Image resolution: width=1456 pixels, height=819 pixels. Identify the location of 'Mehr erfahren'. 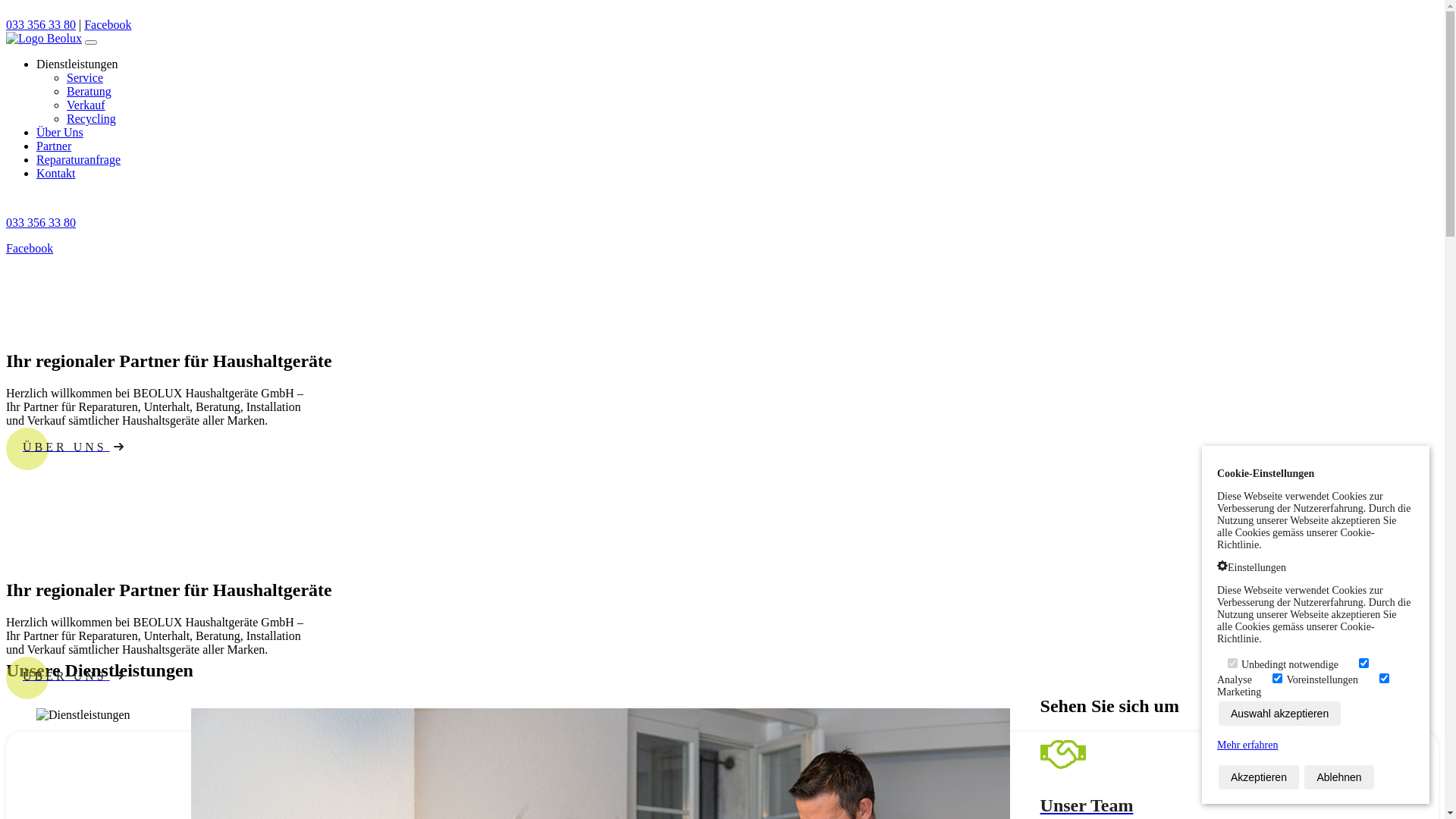
(1247, 744).